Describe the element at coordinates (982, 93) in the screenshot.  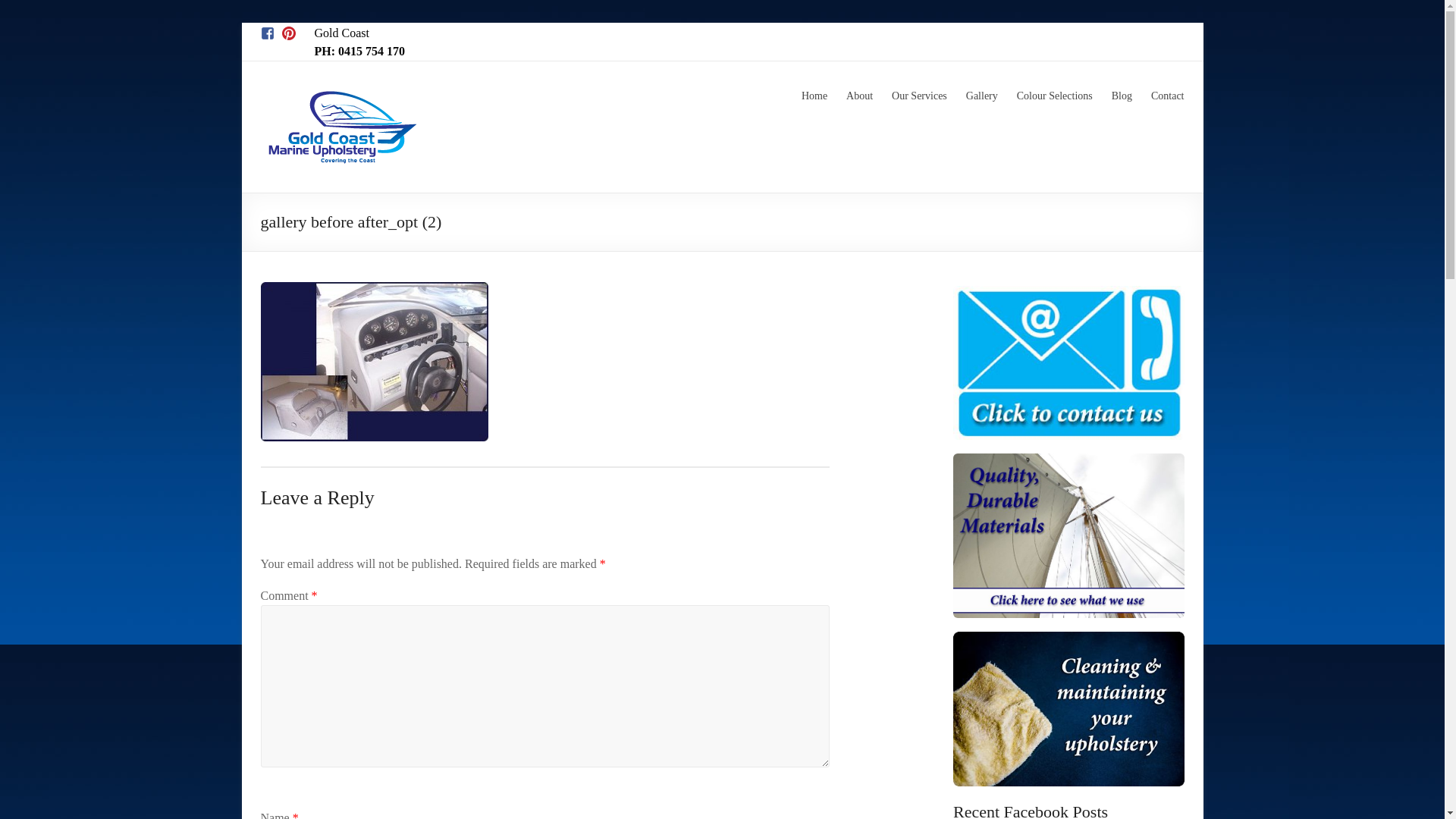
I see `'Gallery'` at that location.